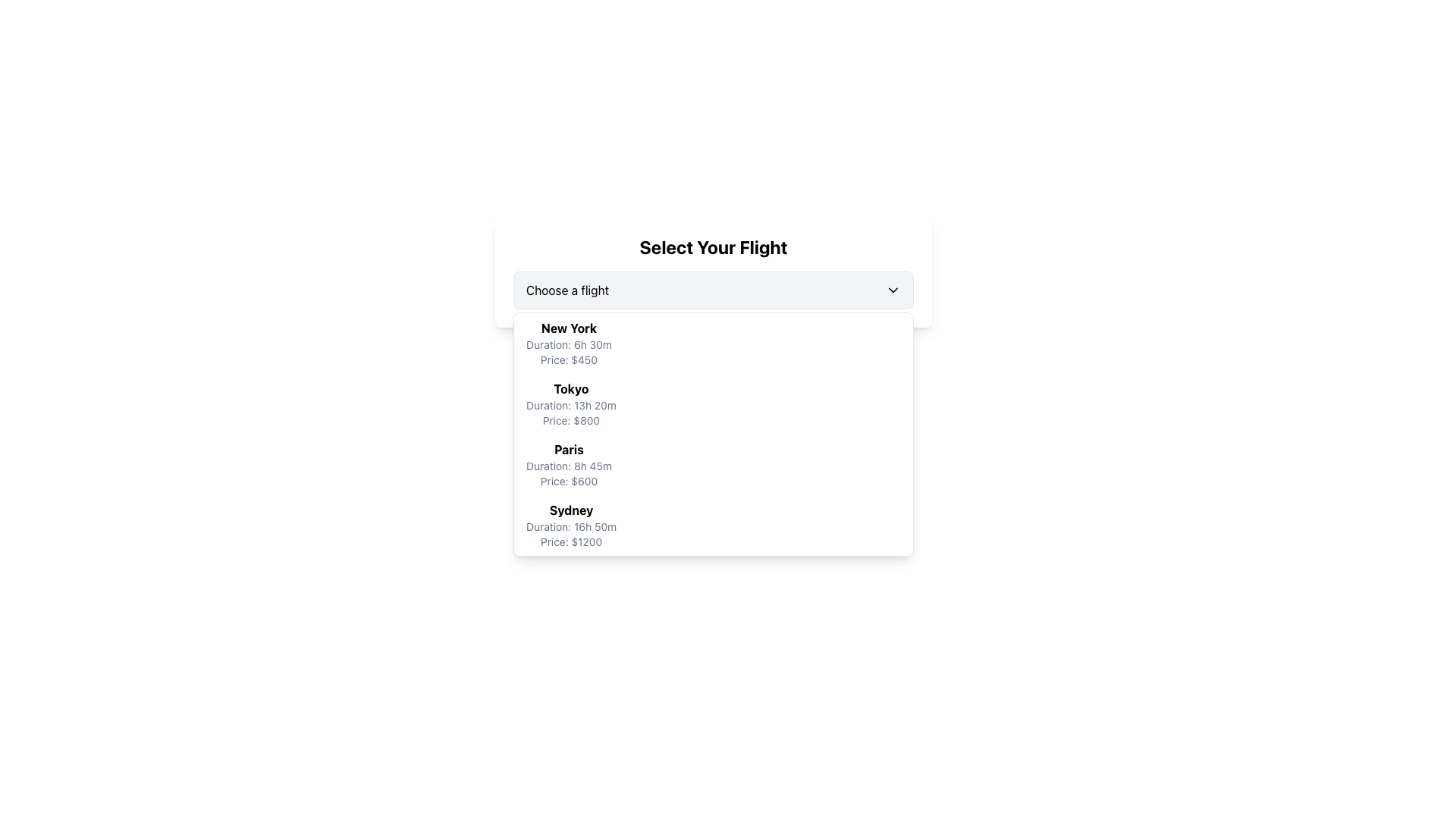  Describe the element at coordinates (712, 403) in the screenshot. I see `the second option in the dropdown list titled 'Select Your Flight'` at that location.